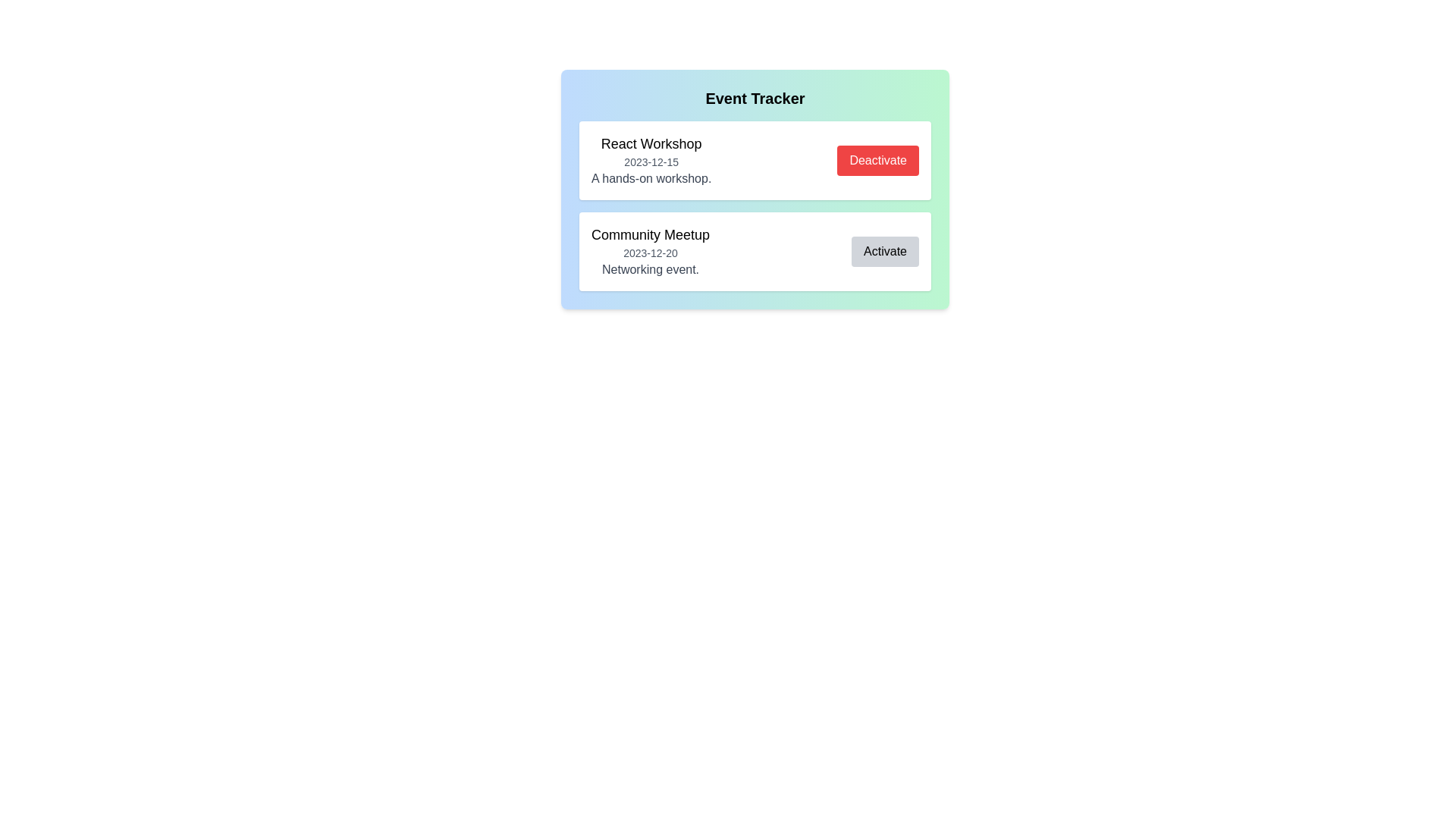 This screenshot has width=1456, height=819. What do you see at coordinates (651, 161) in the screenshot?
I see `the details of the event titled React Workshop` at bounding box center [651, 161].